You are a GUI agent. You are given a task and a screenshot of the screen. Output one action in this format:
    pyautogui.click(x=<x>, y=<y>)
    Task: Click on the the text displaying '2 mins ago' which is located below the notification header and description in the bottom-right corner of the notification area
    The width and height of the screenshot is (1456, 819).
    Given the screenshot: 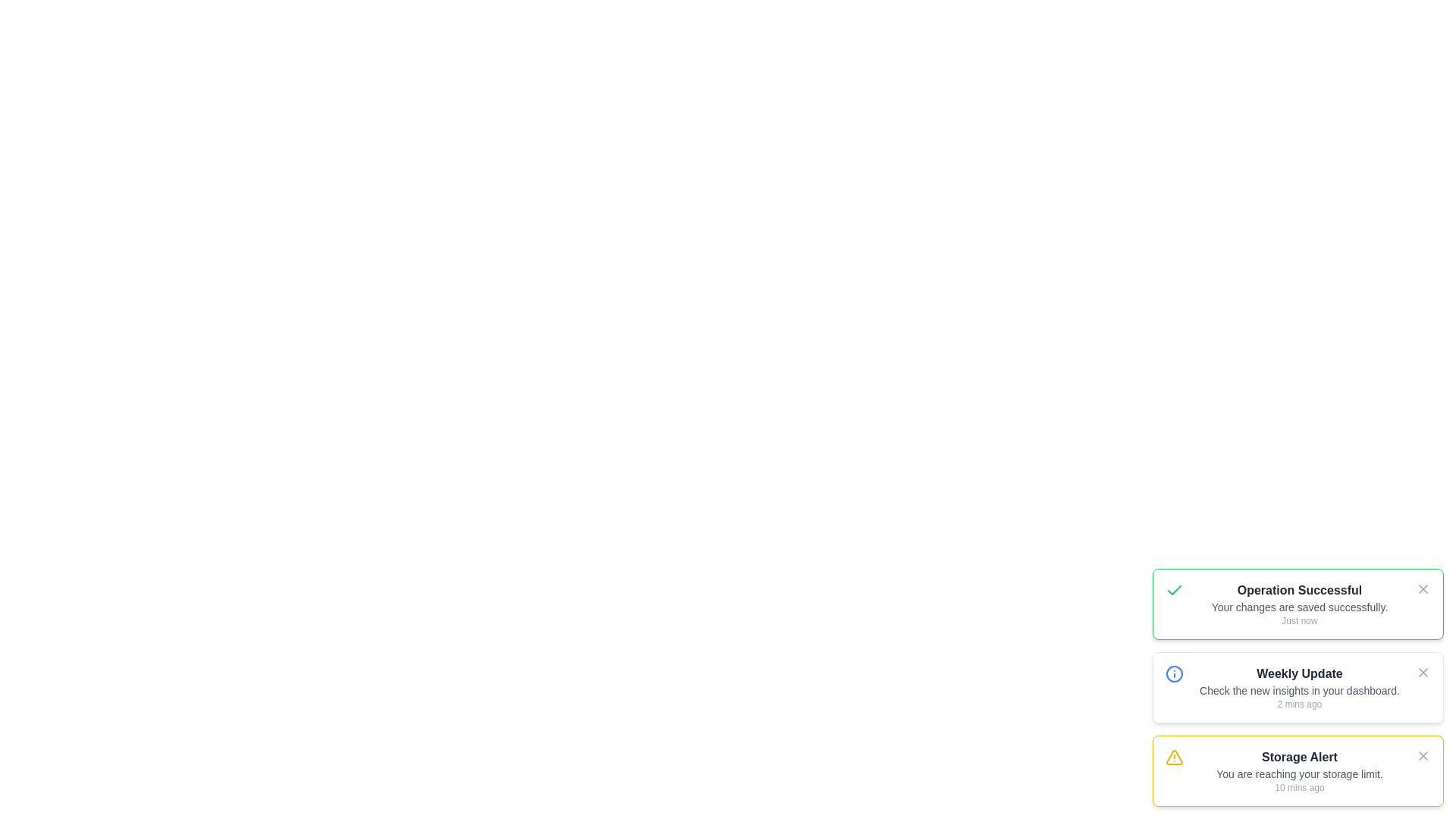 What is the action you would take?
    pyautogui.click(x=1298, y=704)
    